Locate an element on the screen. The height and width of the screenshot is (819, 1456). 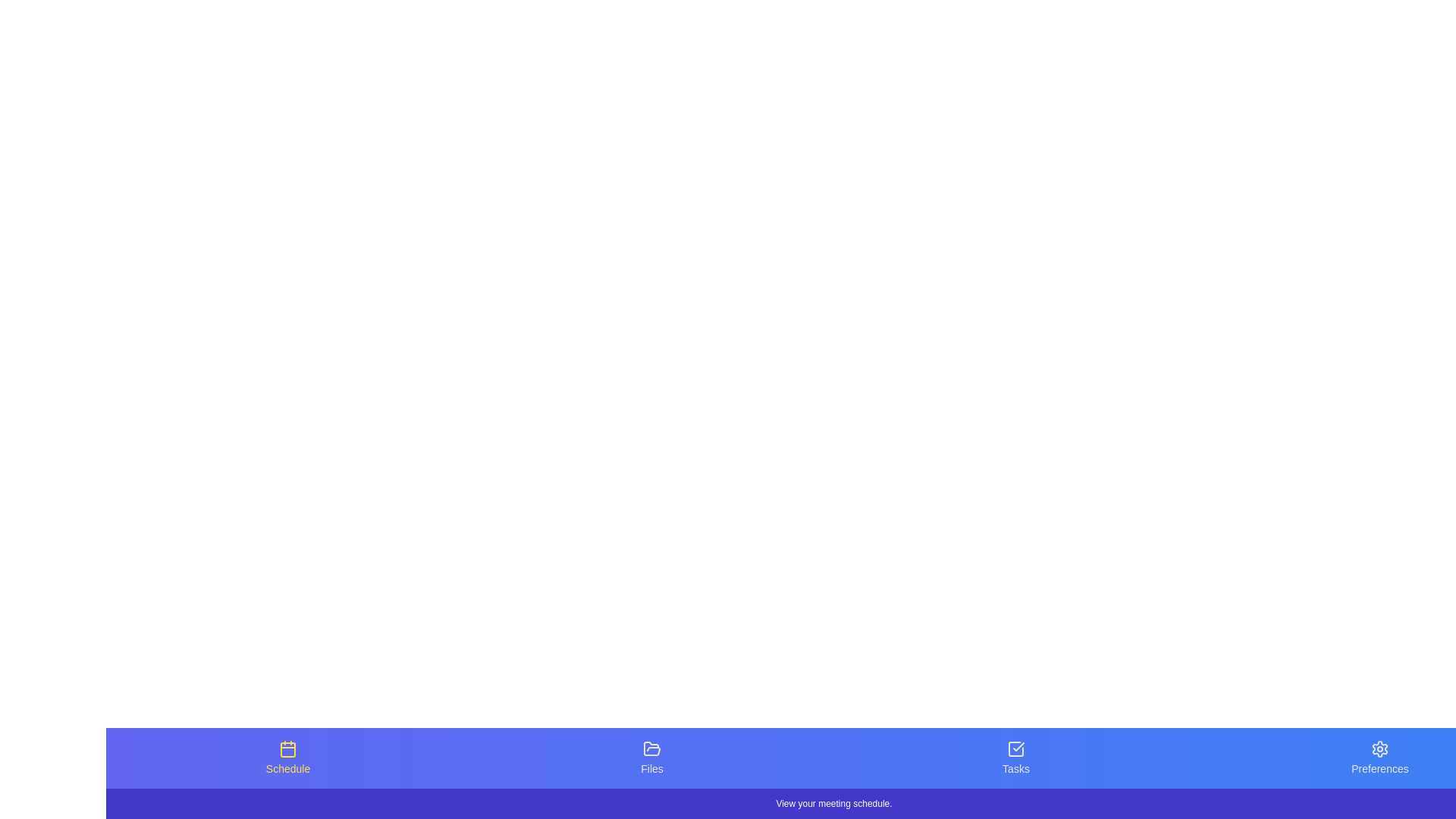
the tab labeled Files is located at coordinates (651, 758).